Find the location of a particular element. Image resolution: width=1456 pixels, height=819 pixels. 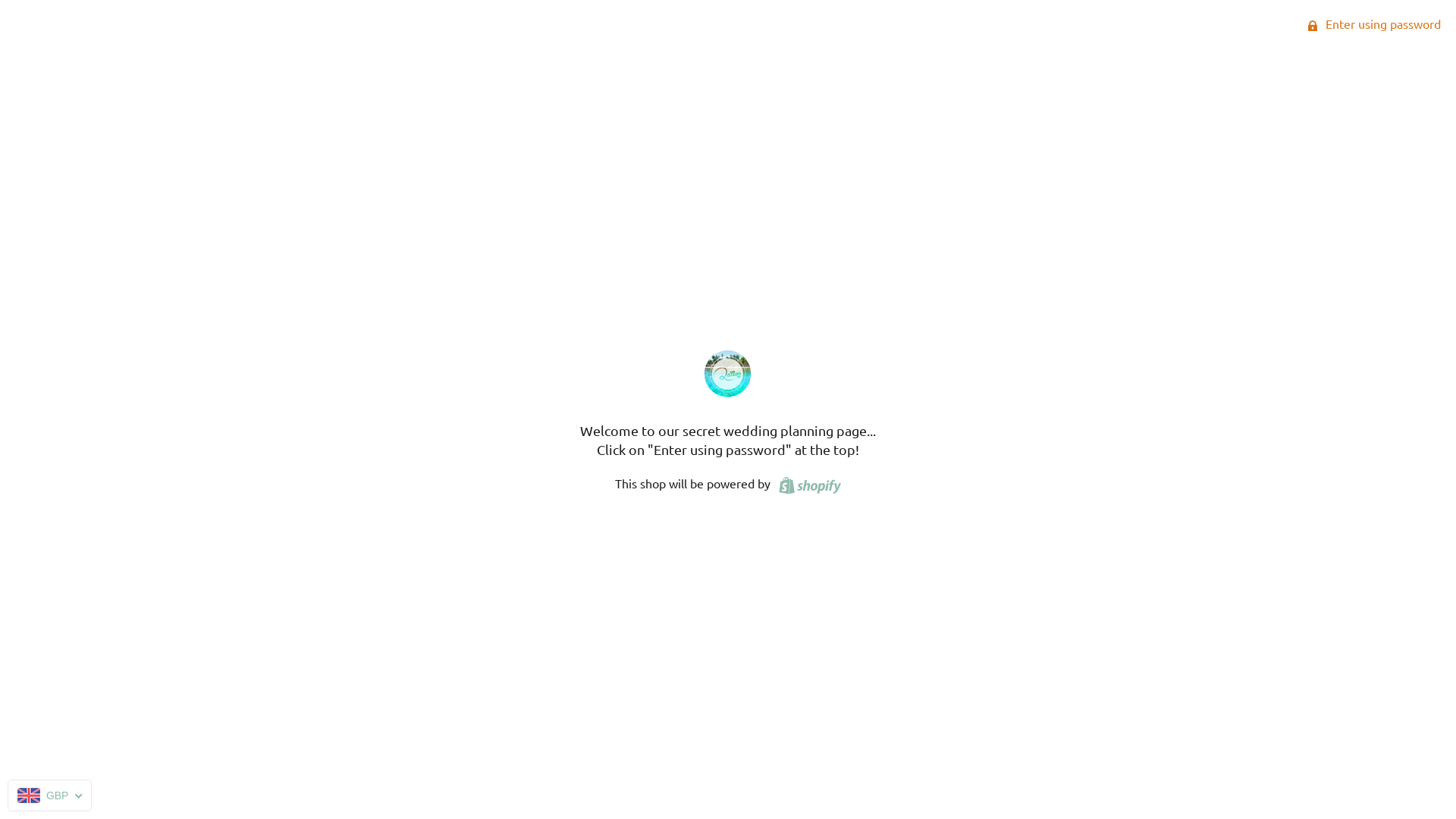

'Shopify' is located at coordinates (806, 482).